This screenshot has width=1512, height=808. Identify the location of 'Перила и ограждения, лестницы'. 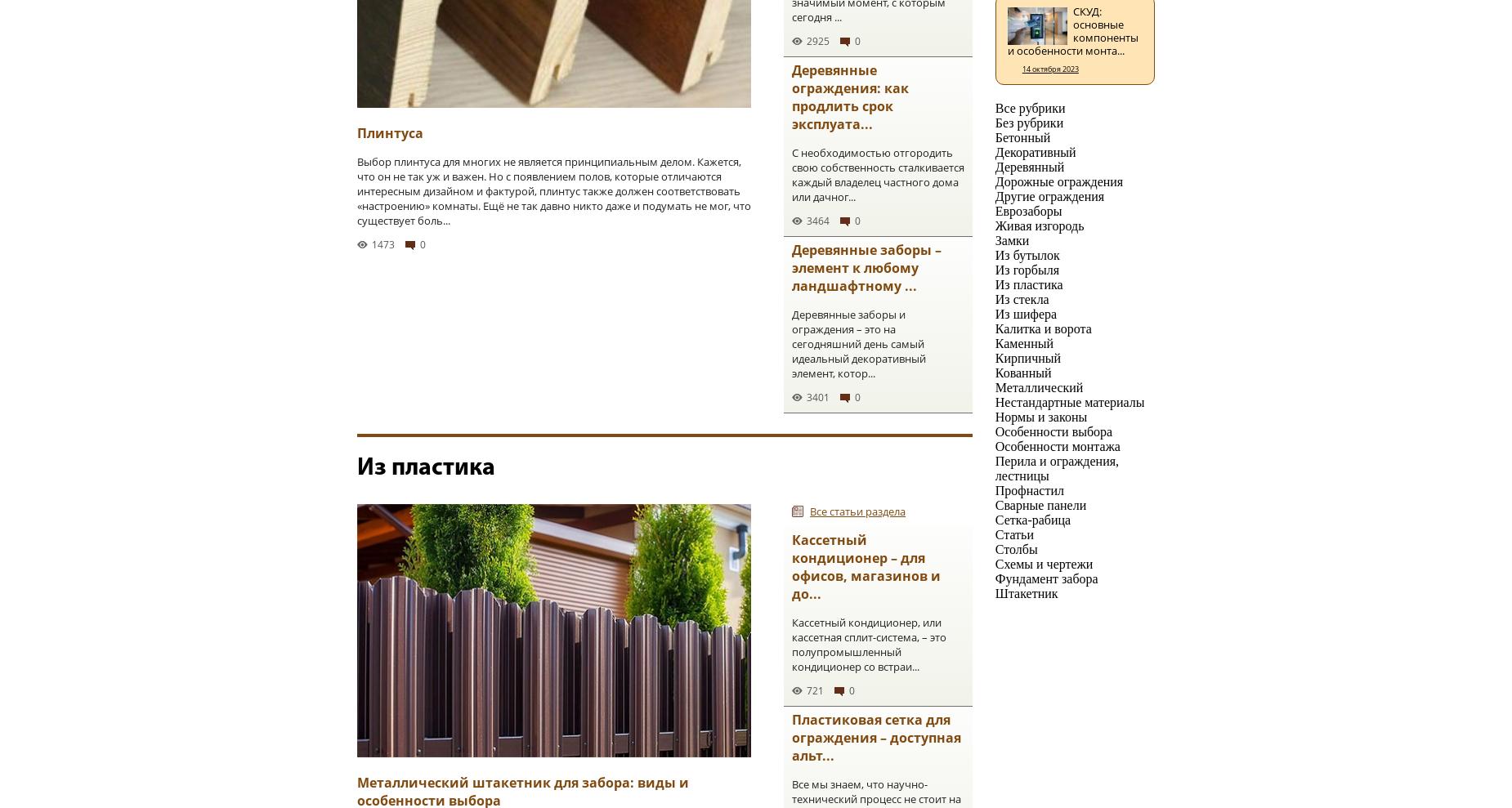
(1055, 467).